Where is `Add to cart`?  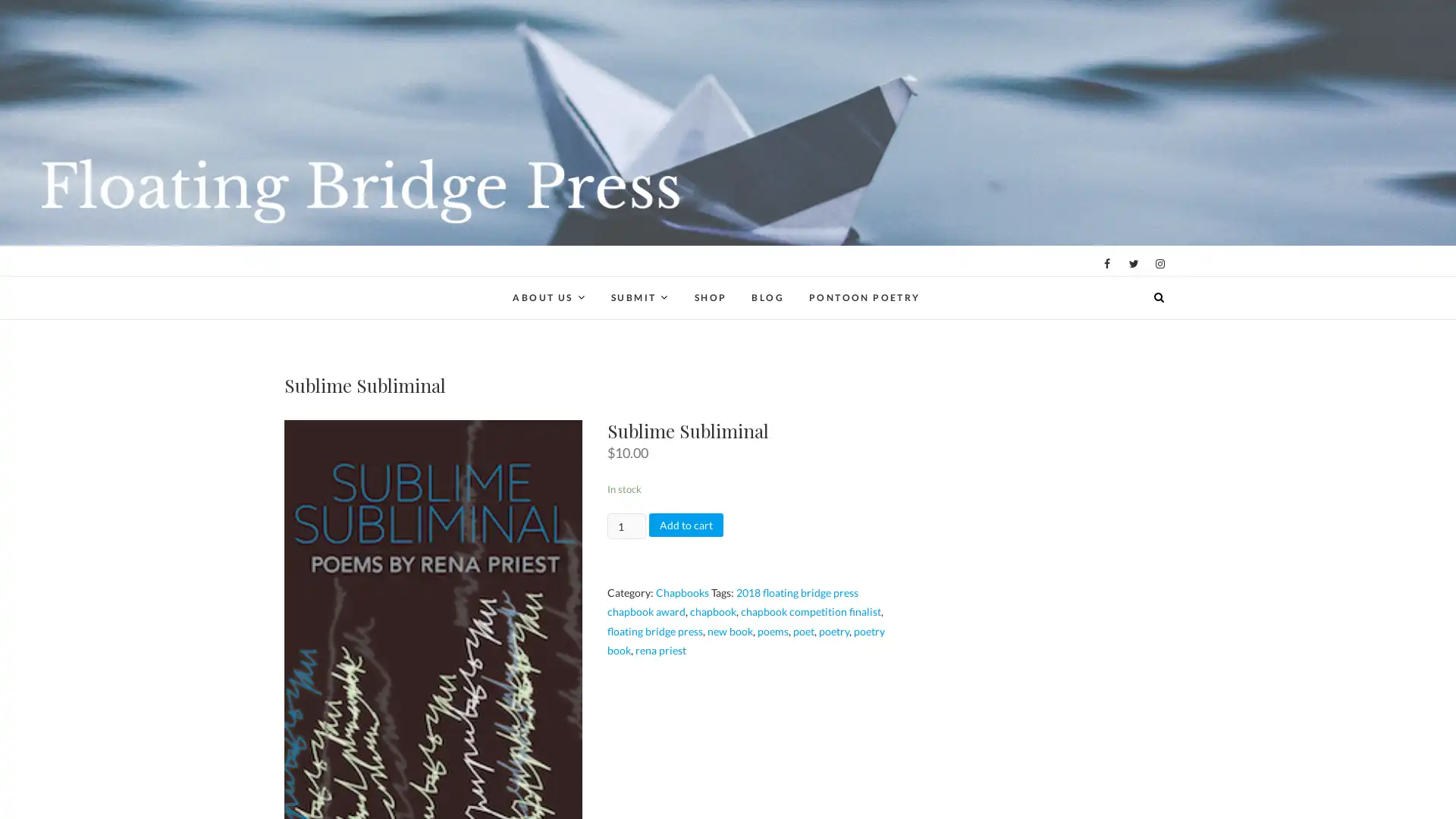
Add to cart is located at coordinates (684, 524).